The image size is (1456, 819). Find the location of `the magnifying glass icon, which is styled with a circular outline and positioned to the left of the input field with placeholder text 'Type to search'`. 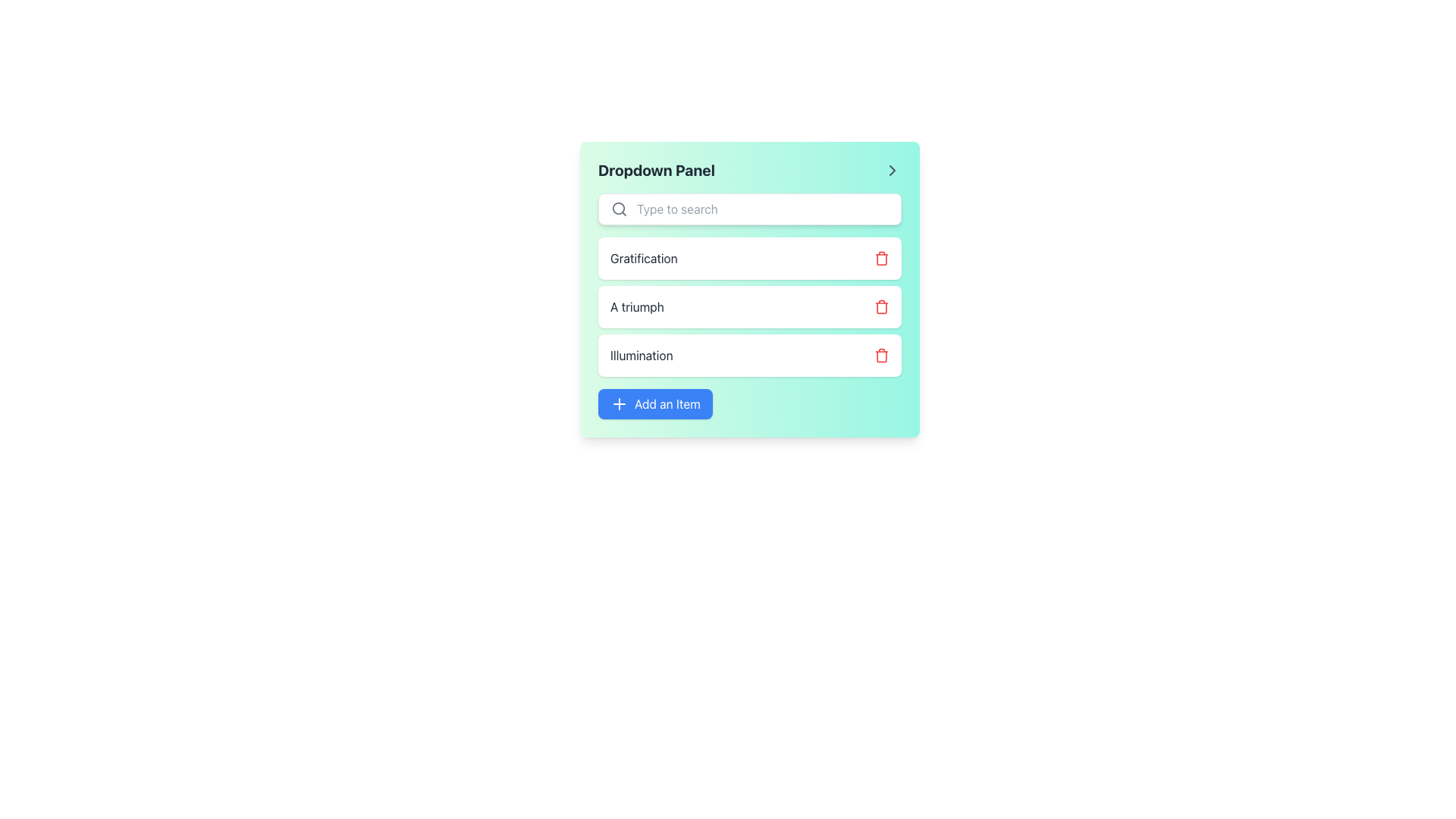

the magnifying glass icon, which is styled with a circular outline and positioned to the left of the input field with placeholder text 'Type to search' is located at coordinates (619, 209).